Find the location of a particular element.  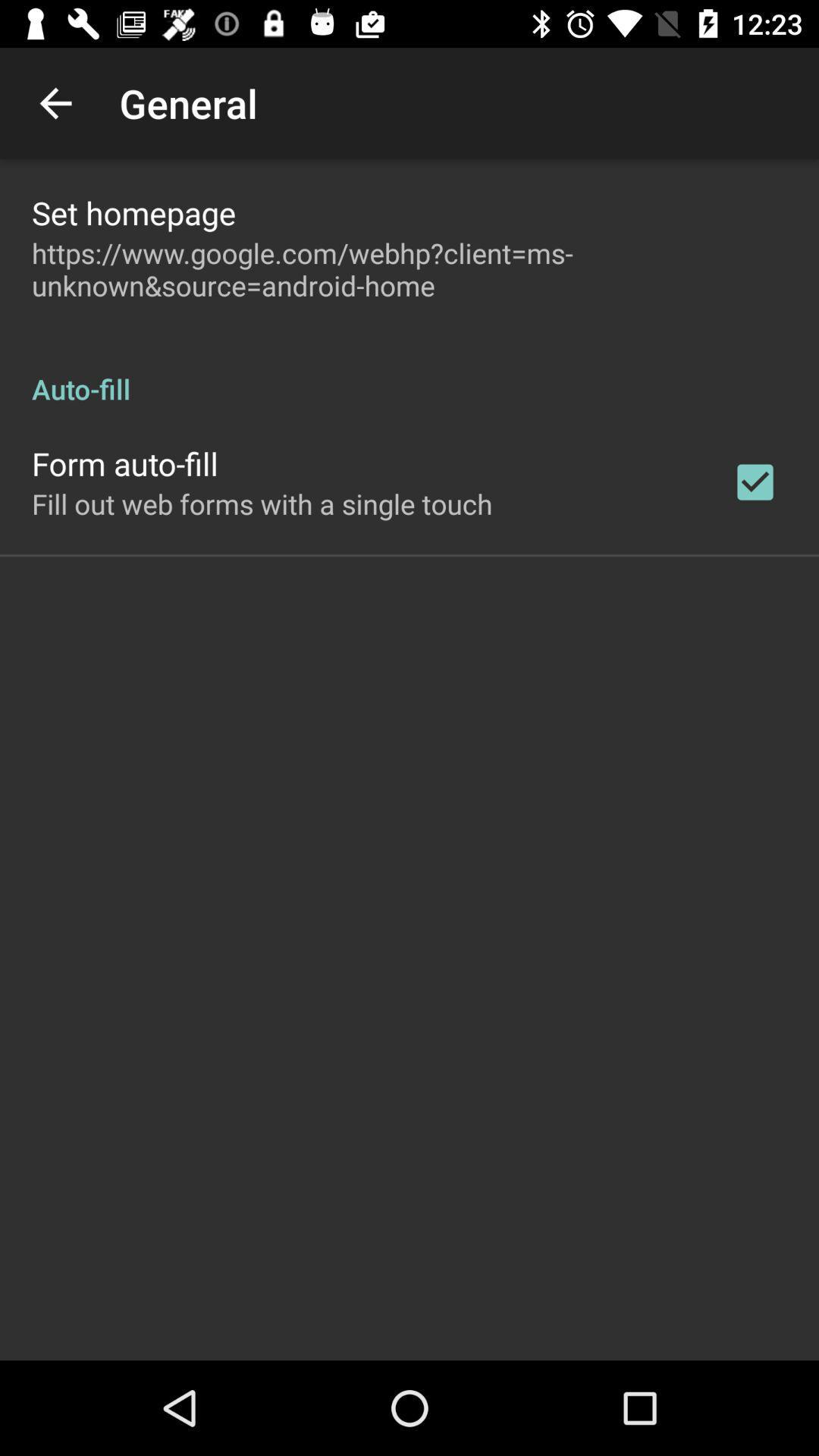

item above set homepage app is located at coordinates (55, 102).